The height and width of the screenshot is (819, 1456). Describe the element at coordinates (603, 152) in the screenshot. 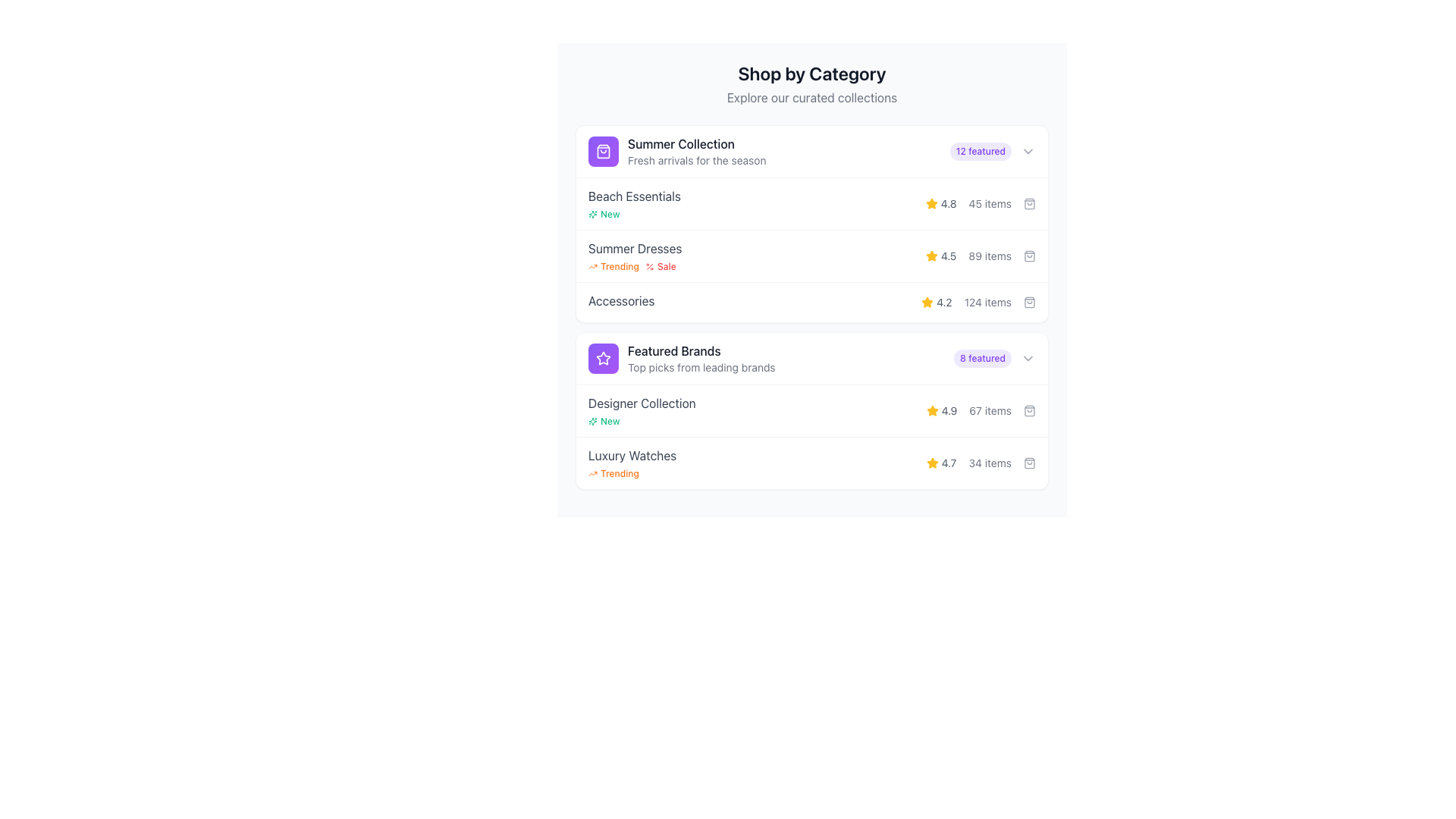

I see `the decorative icon representing the 'Summer Collection' category located in the top left of the 'Summer Collection' card in the 'Shop by Category' section` at that location.